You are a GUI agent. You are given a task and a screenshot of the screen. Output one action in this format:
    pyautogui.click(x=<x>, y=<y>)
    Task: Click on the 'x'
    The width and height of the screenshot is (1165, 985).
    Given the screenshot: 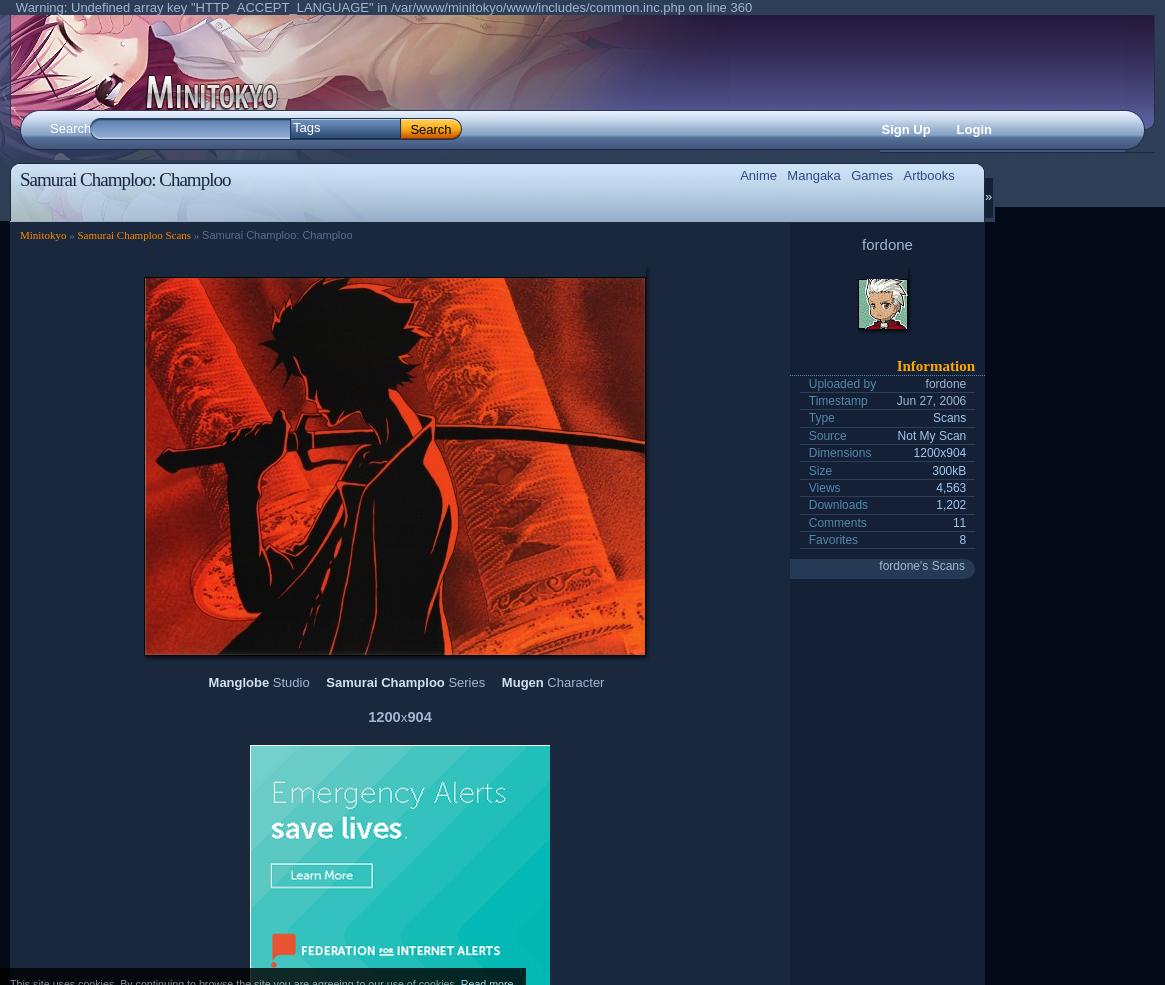 What is the action you would take?
    pyautogui.click(x=402, y=717)
    